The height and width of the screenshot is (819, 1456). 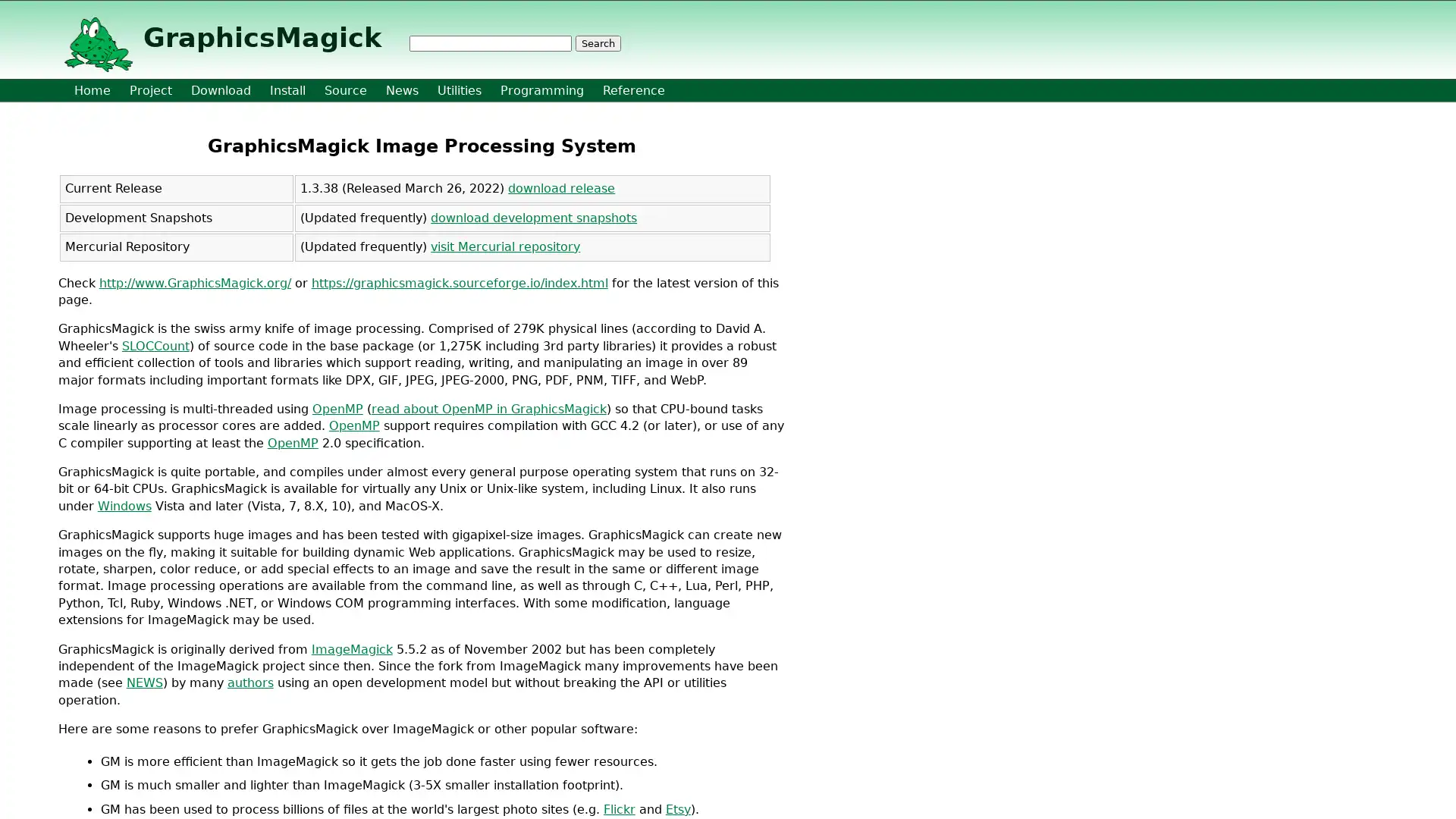 I want to click on Search, so click(x=596, y=42).